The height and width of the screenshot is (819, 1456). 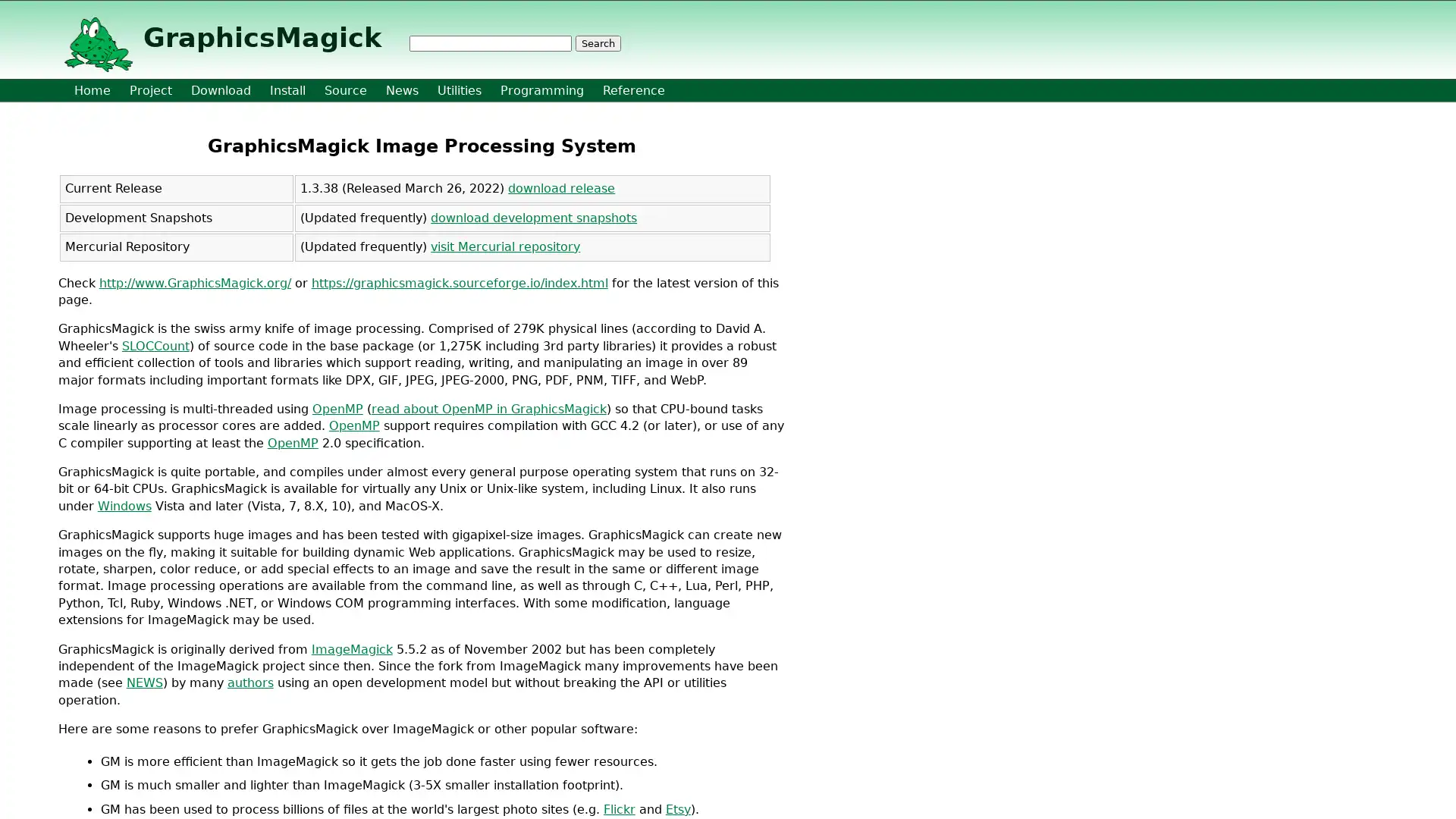 I want to click on Search, so click(x=596, y=42).